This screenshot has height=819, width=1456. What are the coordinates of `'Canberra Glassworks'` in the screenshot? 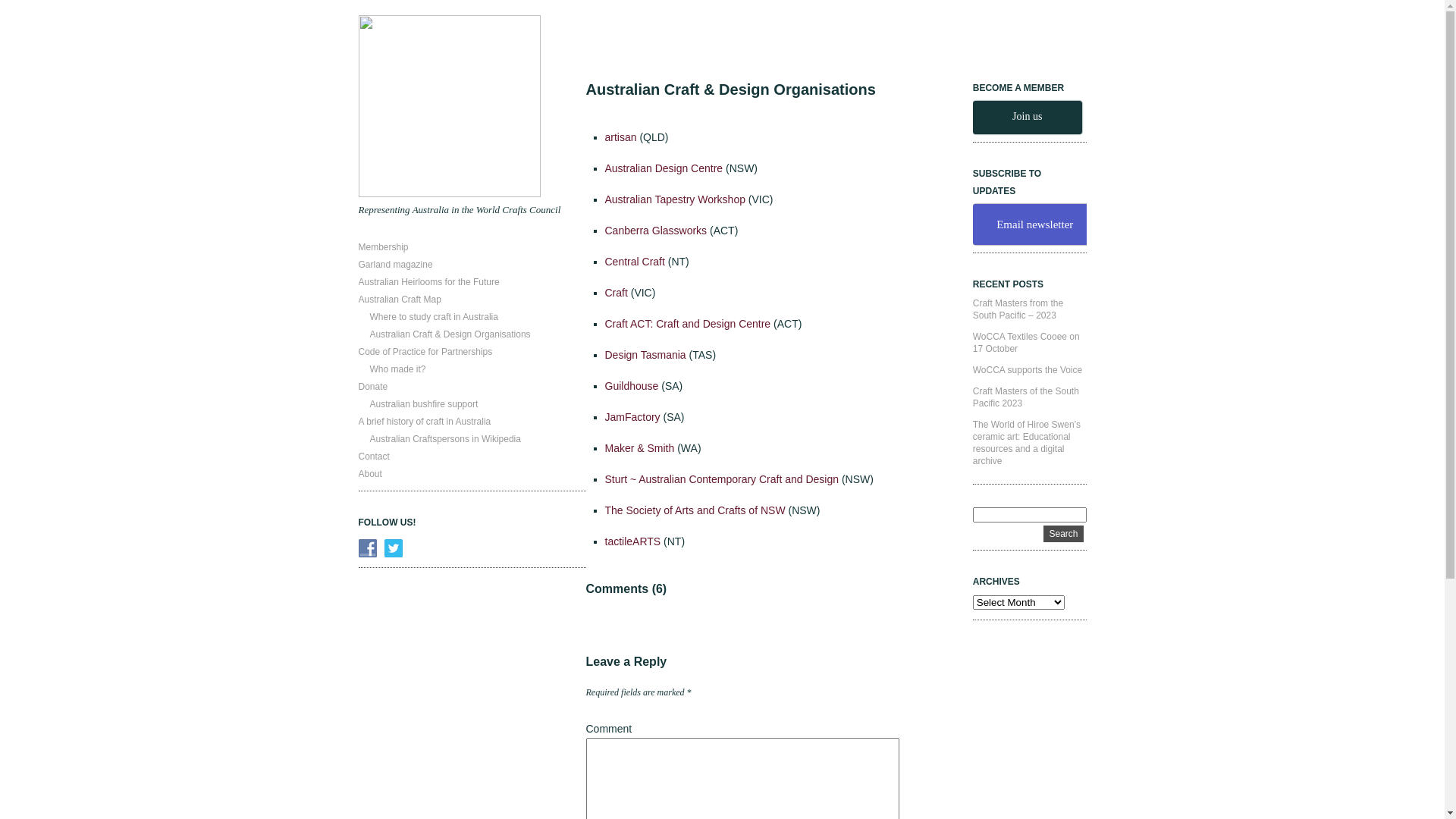 It's located at (604, 231).